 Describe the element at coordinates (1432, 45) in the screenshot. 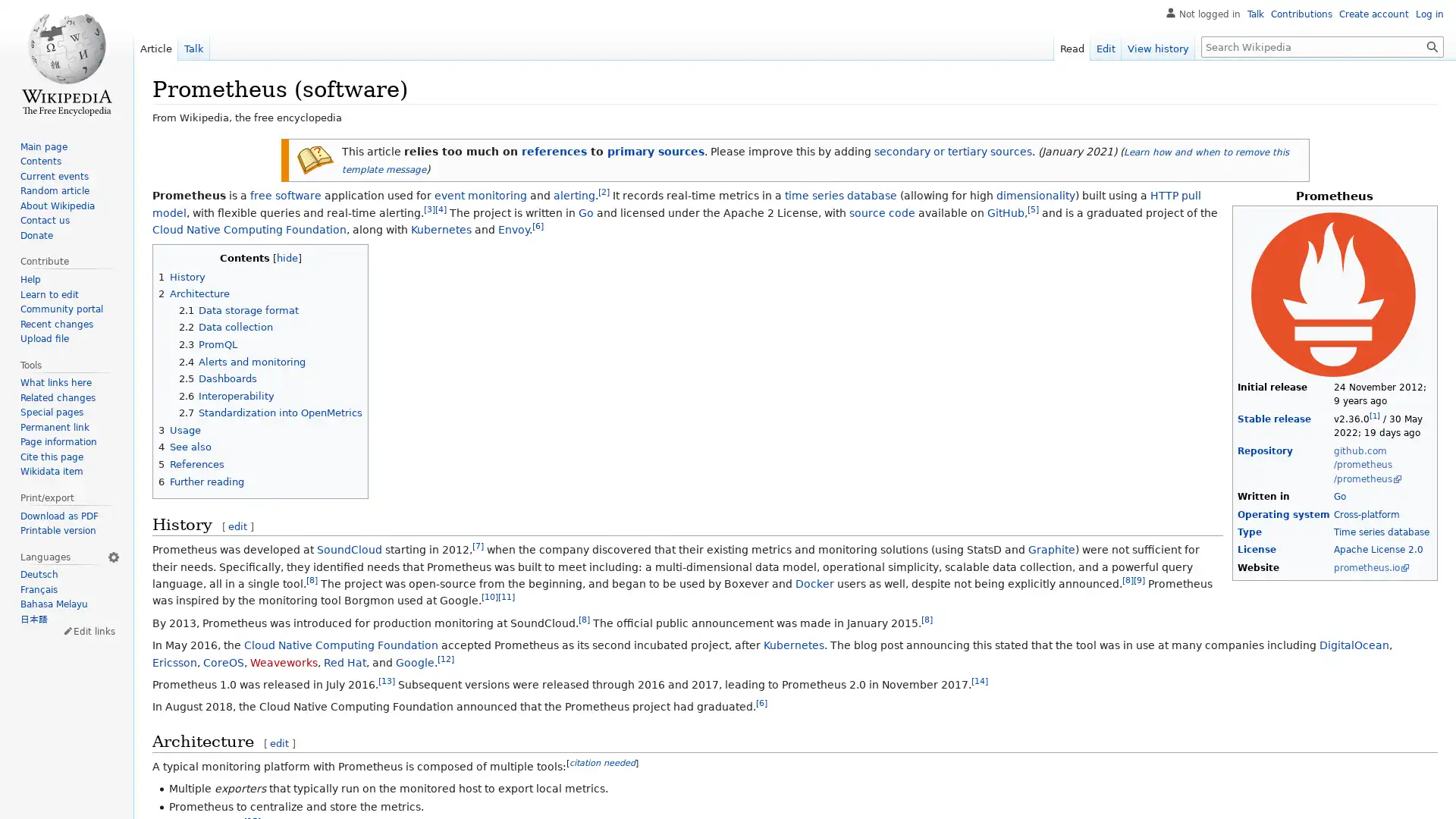

I see `Go` at that location.